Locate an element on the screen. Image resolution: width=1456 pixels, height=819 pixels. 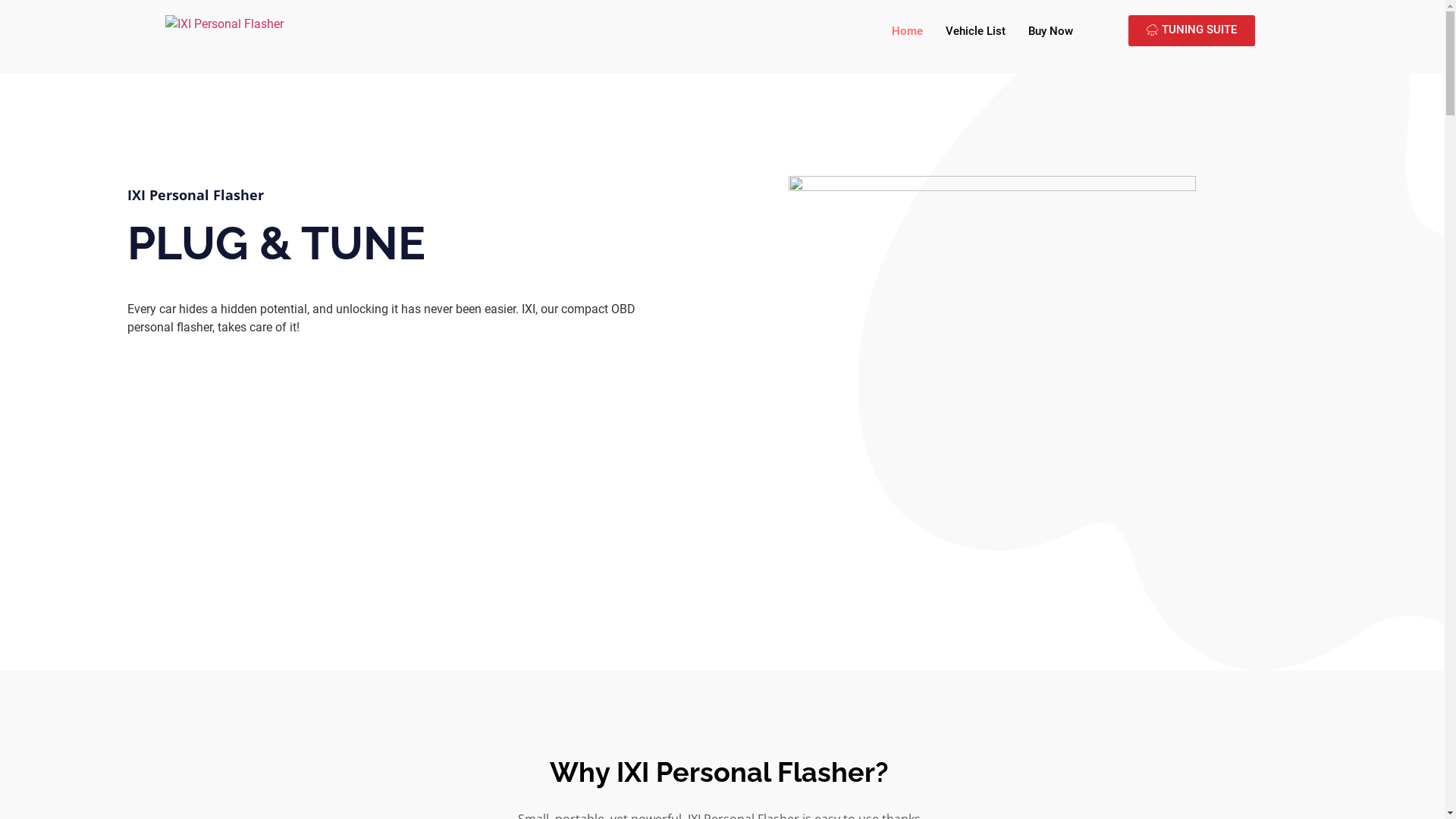
'Home' is located at coordinates (907, 31).